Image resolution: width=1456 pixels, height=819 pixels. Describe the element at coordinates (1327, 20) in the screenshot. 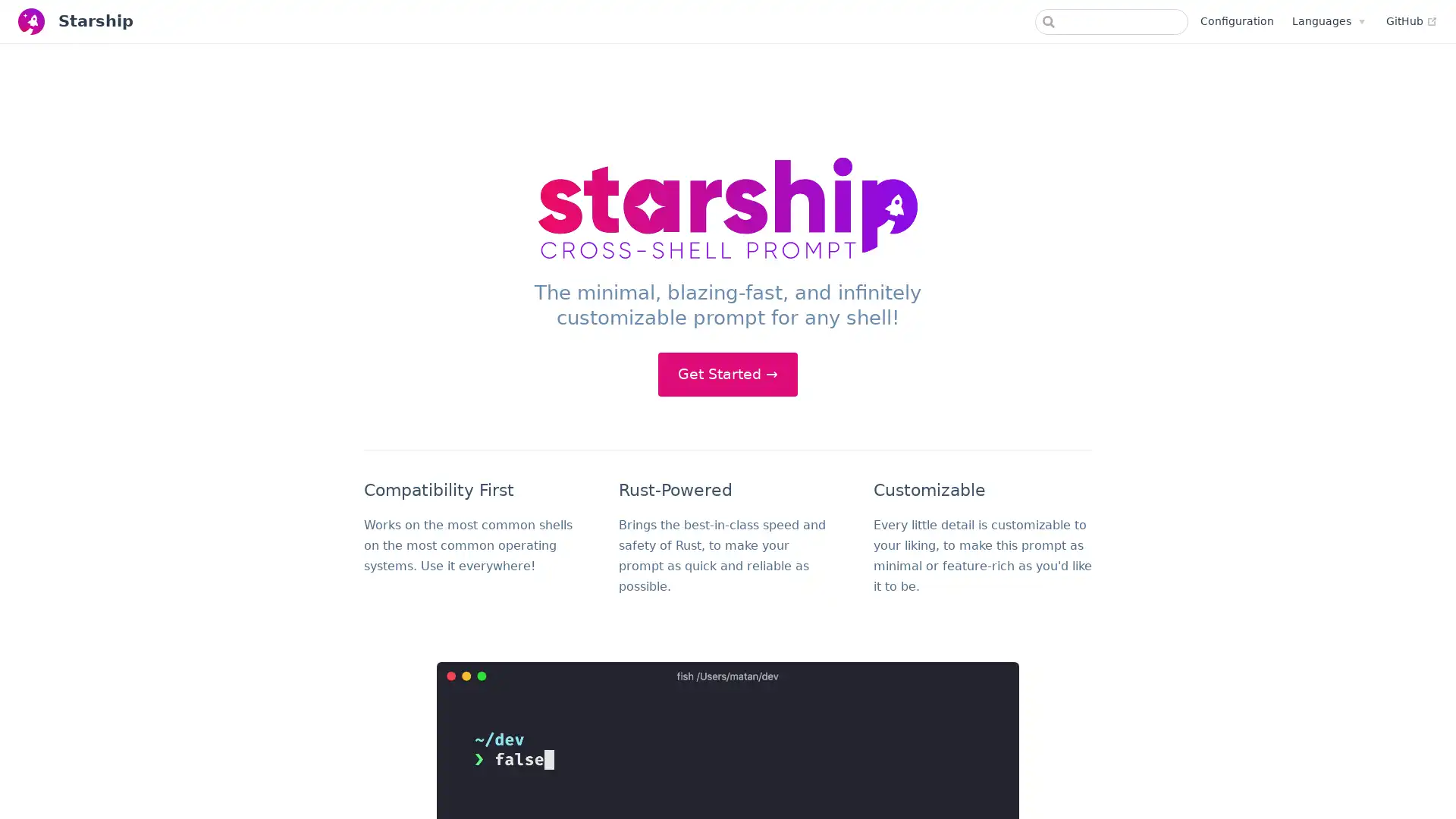

I see `Select language` at that location.